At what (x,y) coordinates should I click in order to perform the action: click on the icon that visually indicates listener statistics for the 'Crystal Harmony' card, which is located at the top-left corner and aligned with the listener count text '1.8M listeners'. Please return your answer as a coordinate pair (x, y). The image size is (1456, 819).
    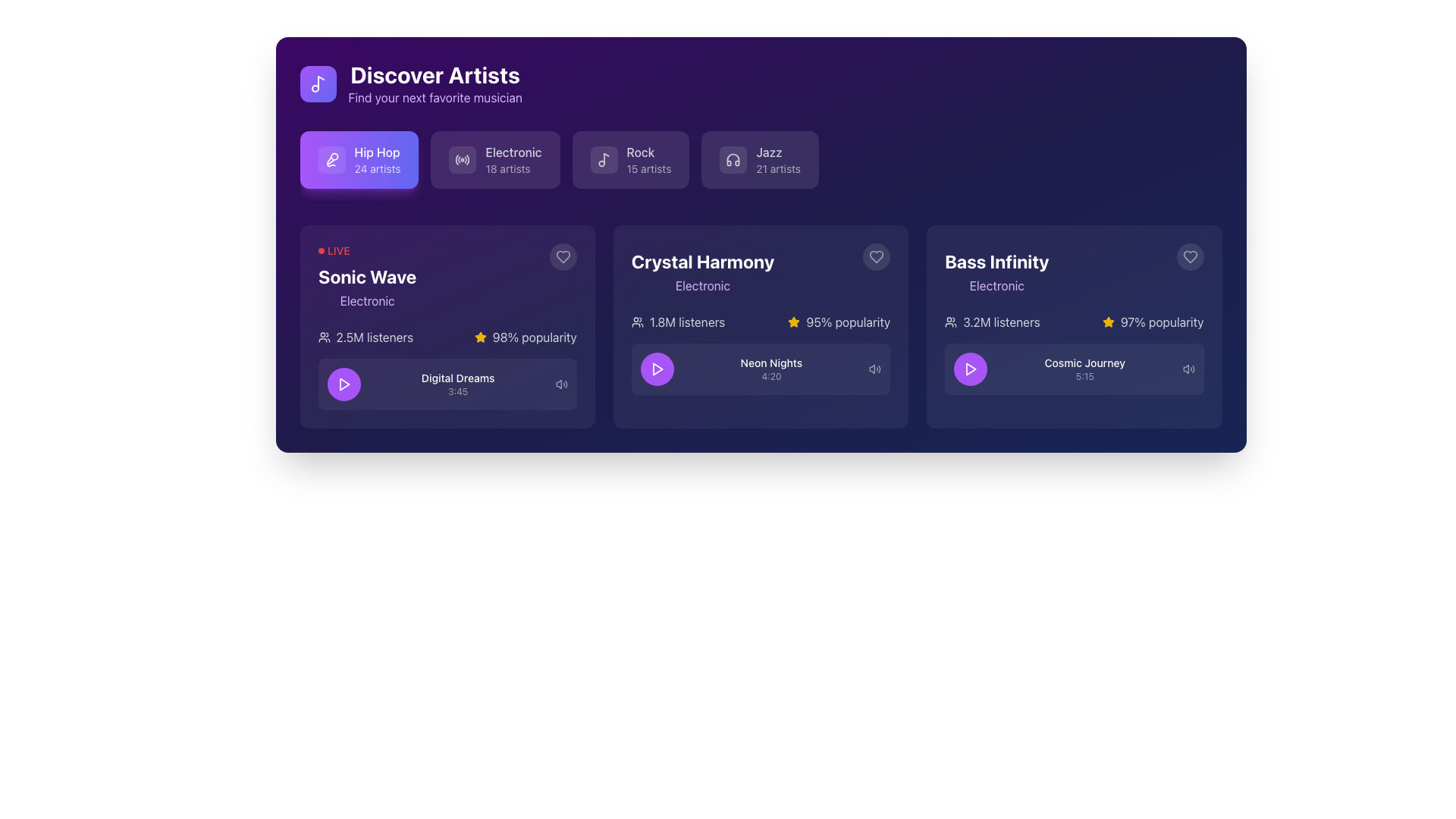
    Looking at the image, I should click on (637, 321).